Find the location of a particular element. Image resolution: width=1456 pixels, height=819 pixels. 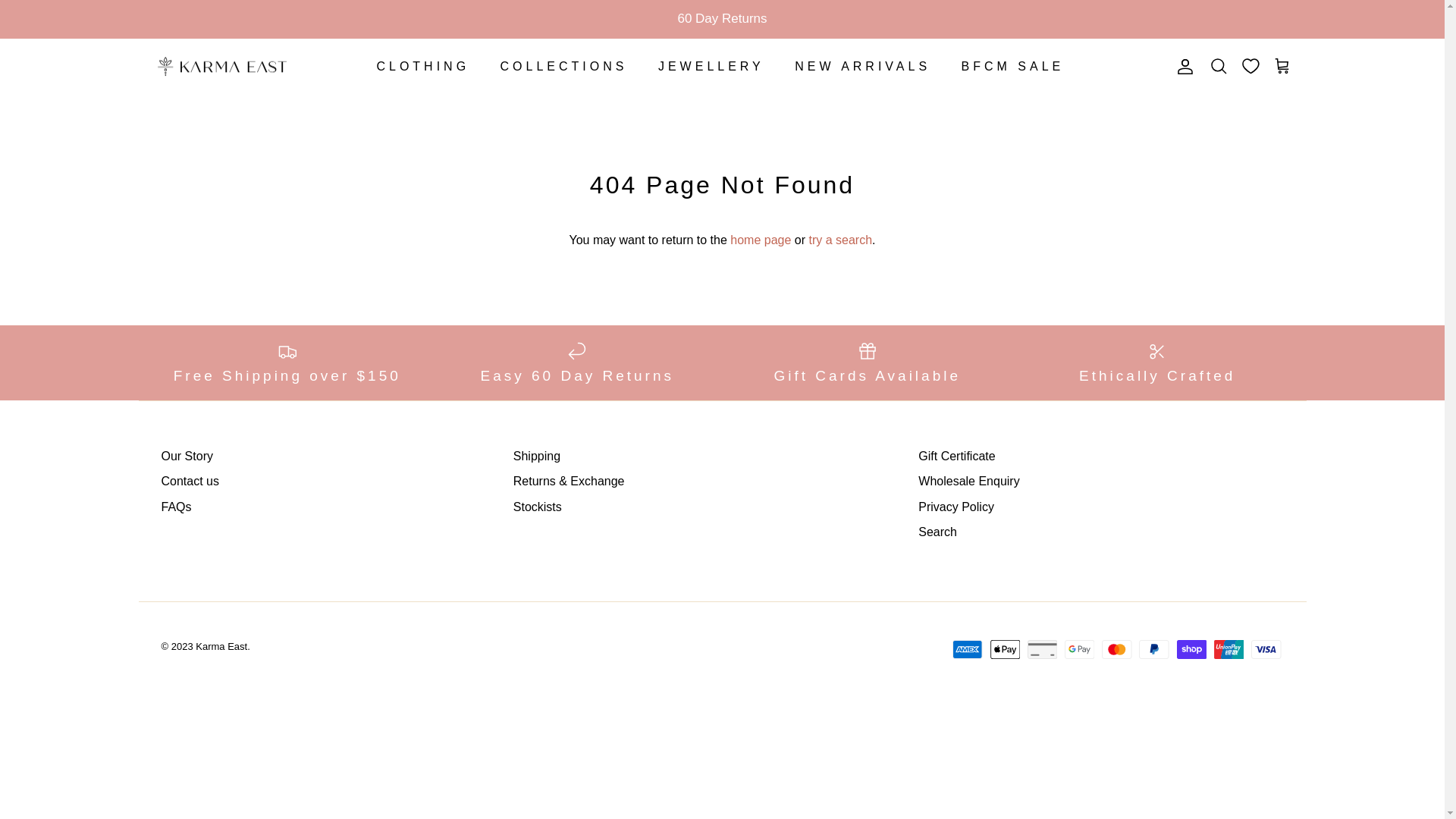

'COLLECTIONS' is located at coordinates (563, 66).